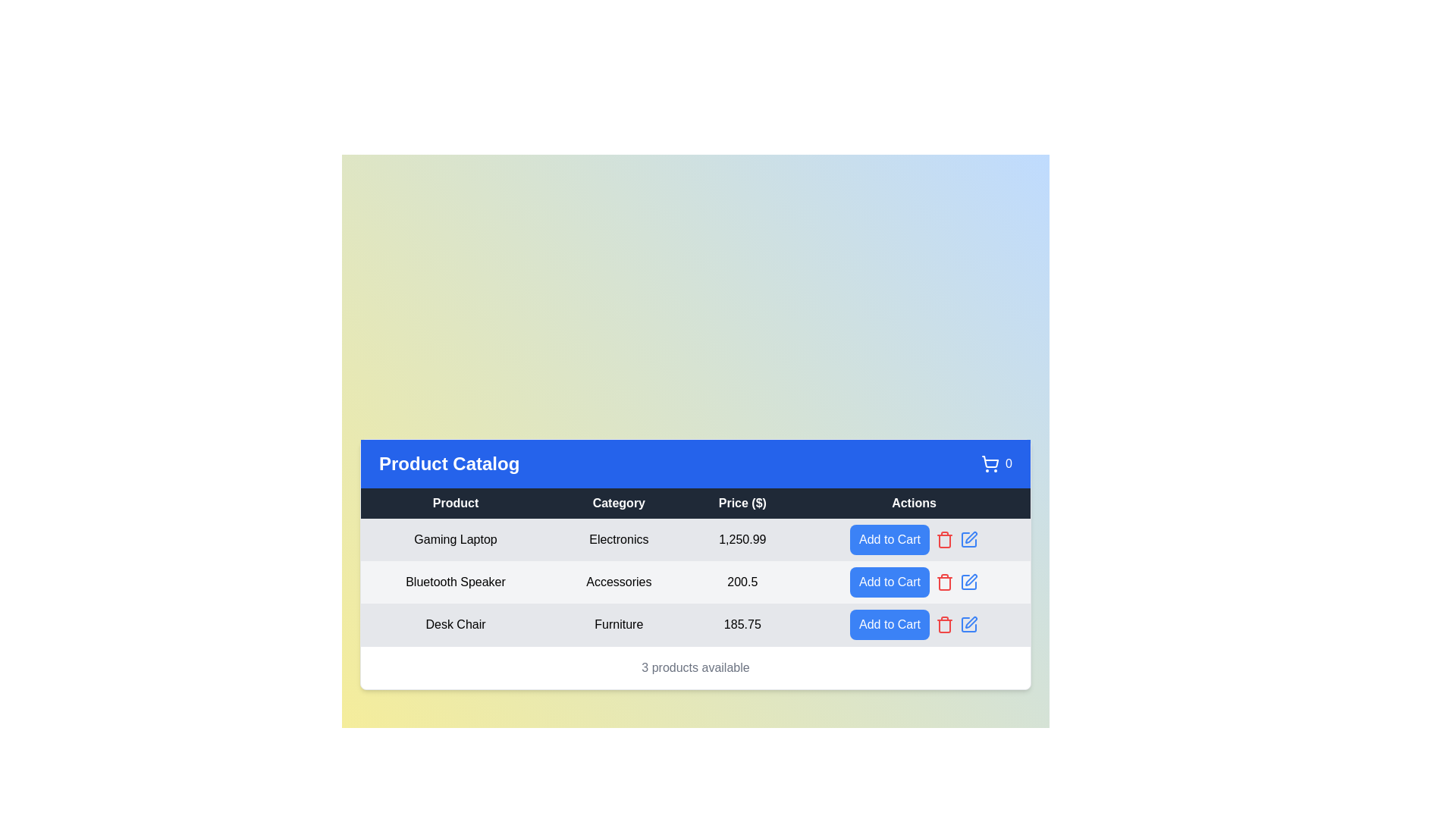 Image resolution: width=1456 pixels, height=819 pixels. What do you see at coordinates (990, 463) in the screenshot?
I see `the shopping cart icon located in the top-right corner of the blue header bar` at bounding box center [990, 463].